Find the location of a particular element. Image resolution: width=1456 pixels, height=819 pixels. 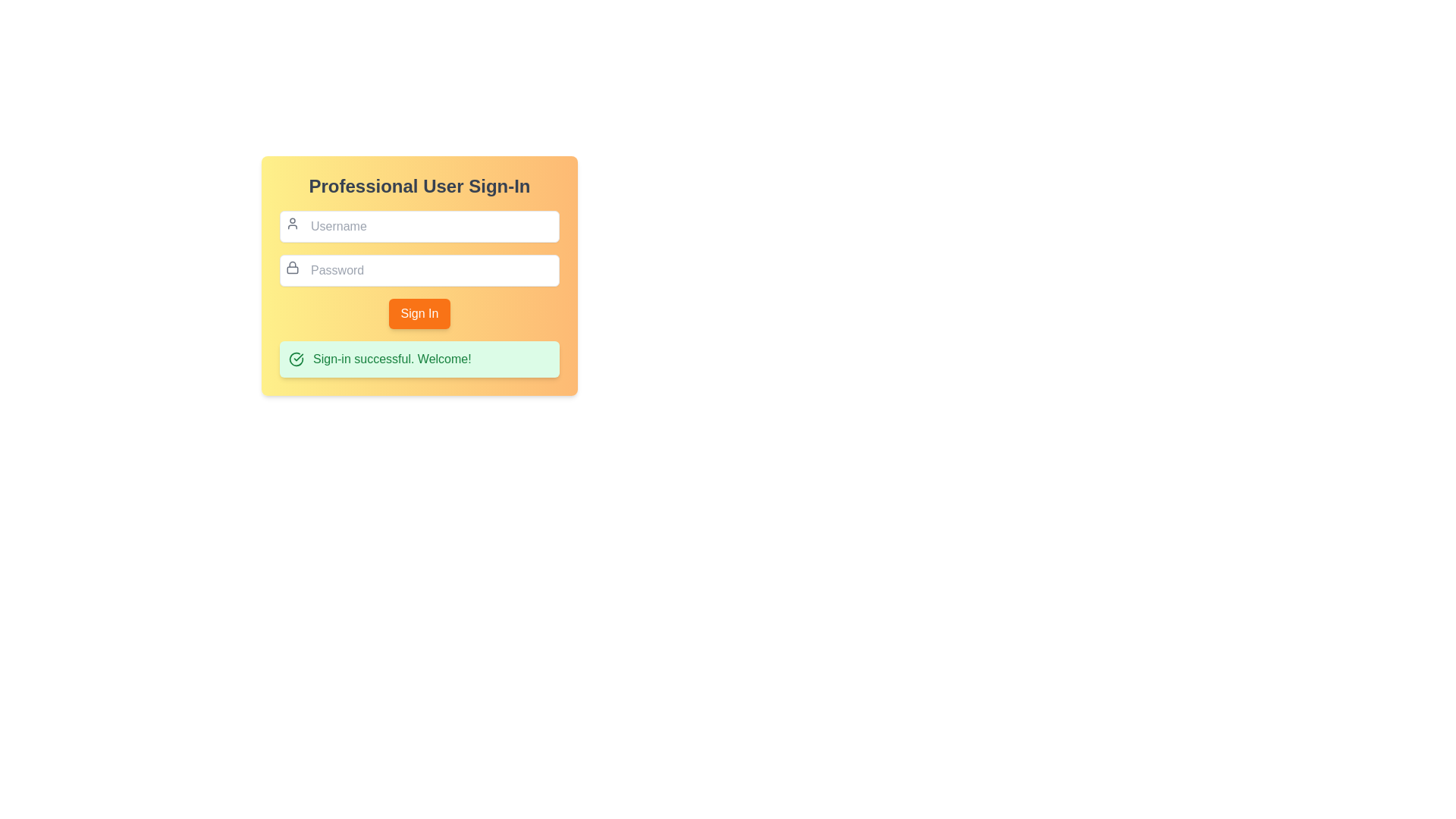

the security icon located above the password input field, to its left, within the sign-in form is located at coordinates (292, 267).